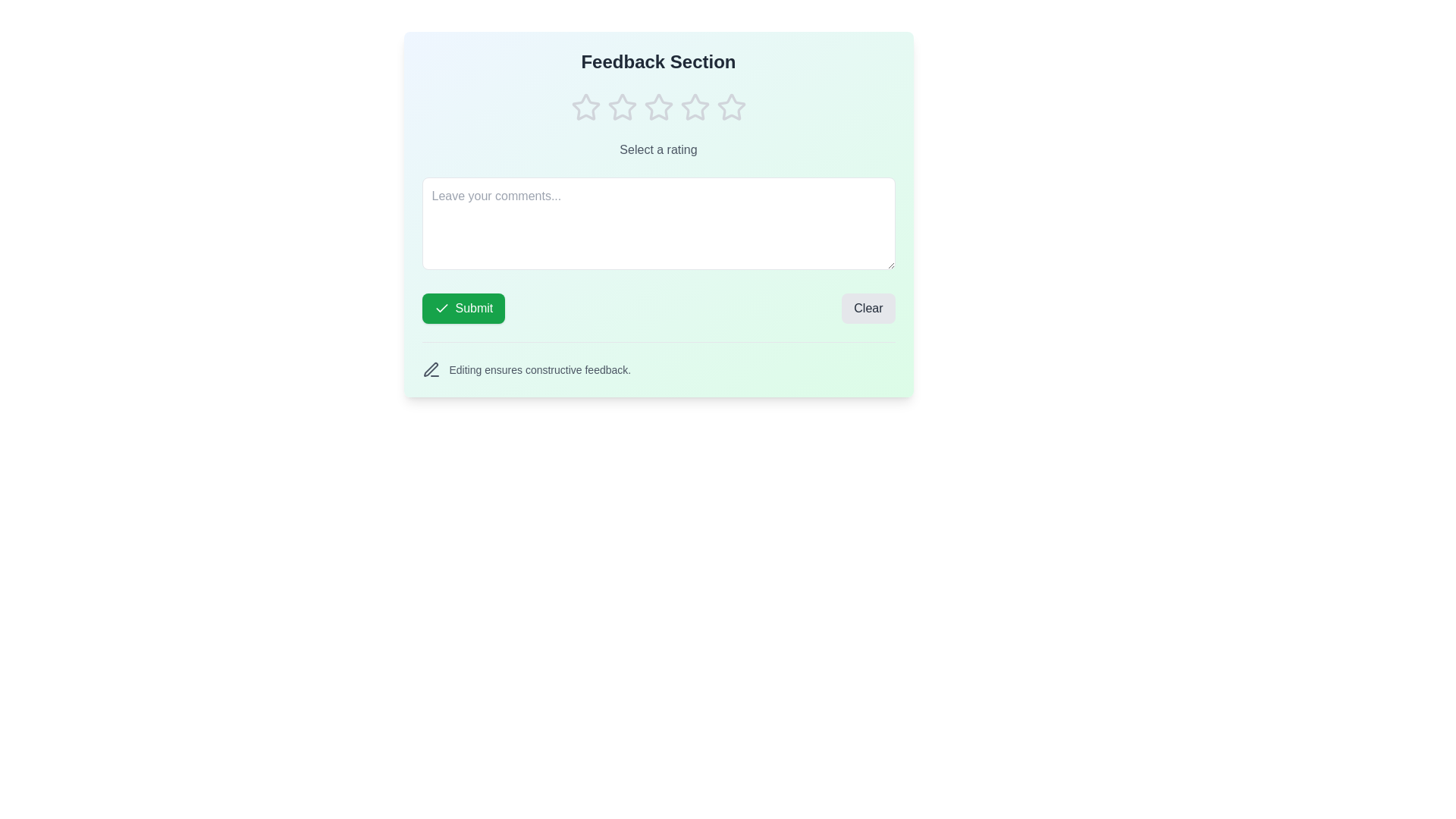  Describe the element at coordinates (441, 307) in the screenshot. I see `the 'Submit' button, which visually represents a successful action, located at the bottom left of the feedback form` at that location.